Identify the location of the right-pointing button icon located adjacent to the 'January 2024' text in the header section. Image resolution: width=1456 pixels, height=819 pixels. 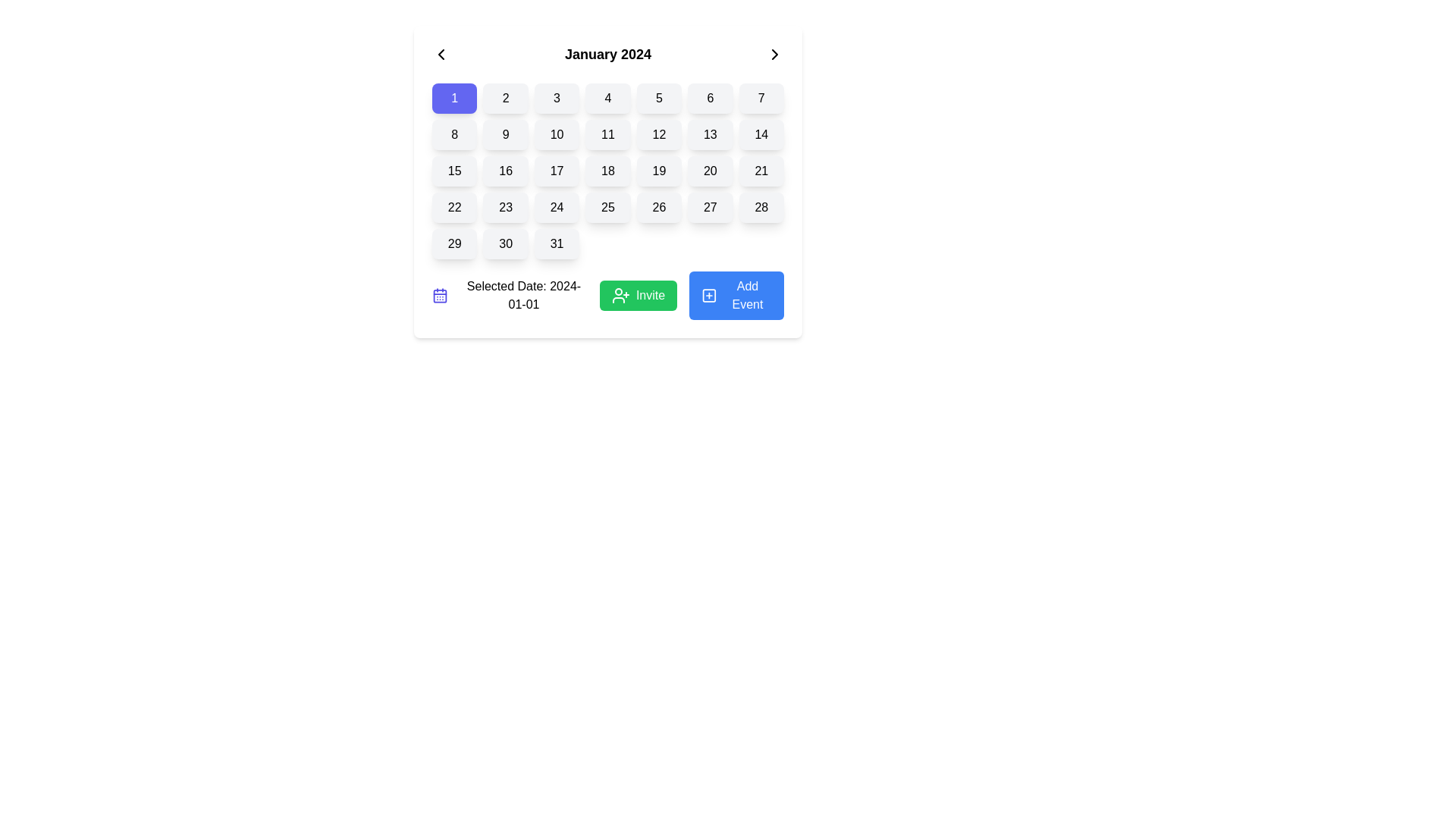
(775, 54).